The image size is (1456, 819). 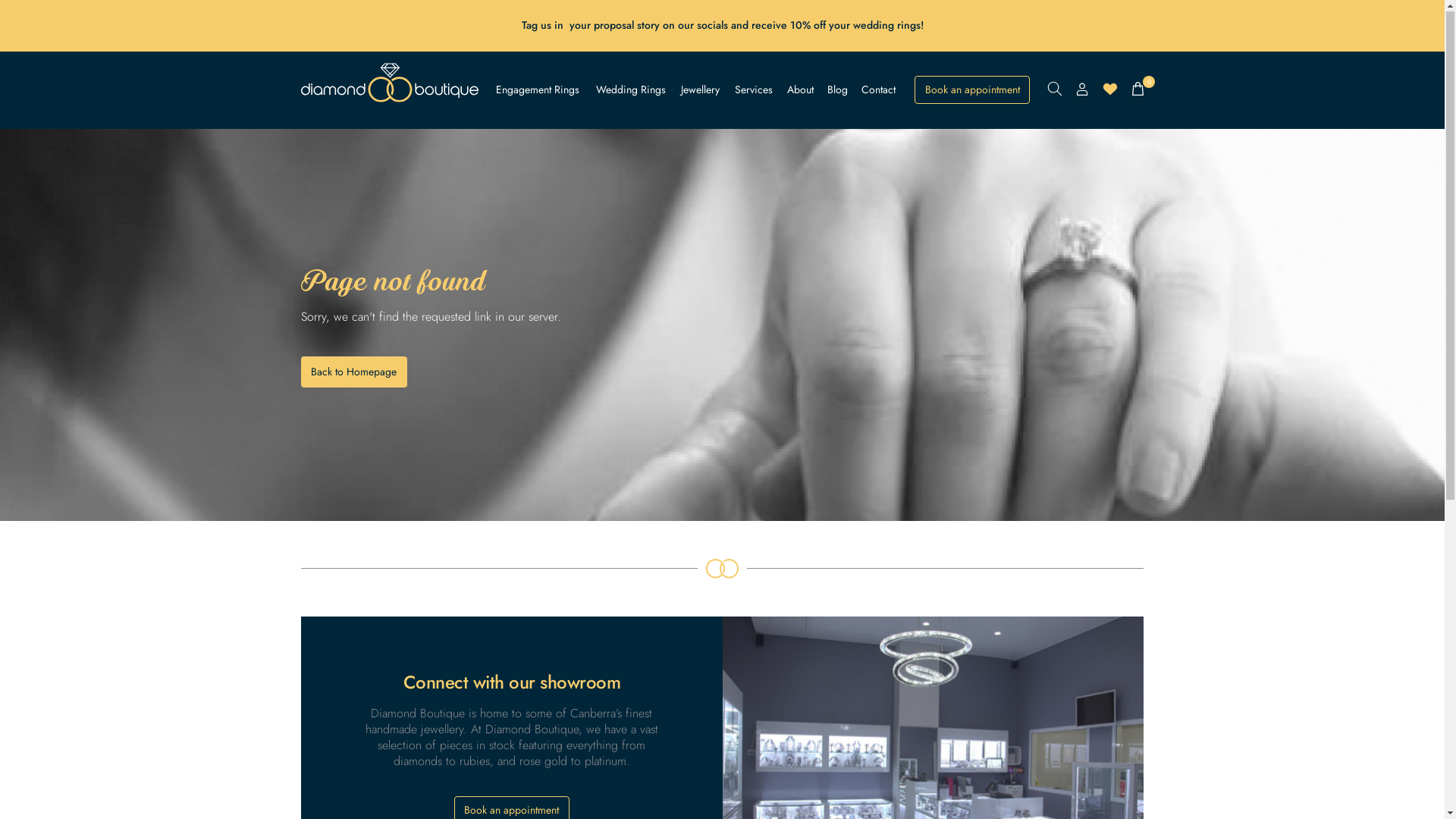 What do you see at coordinates (538, 90) in the screenshot?
I see `'Engagement Rings'` at bounding box center [538, 90].